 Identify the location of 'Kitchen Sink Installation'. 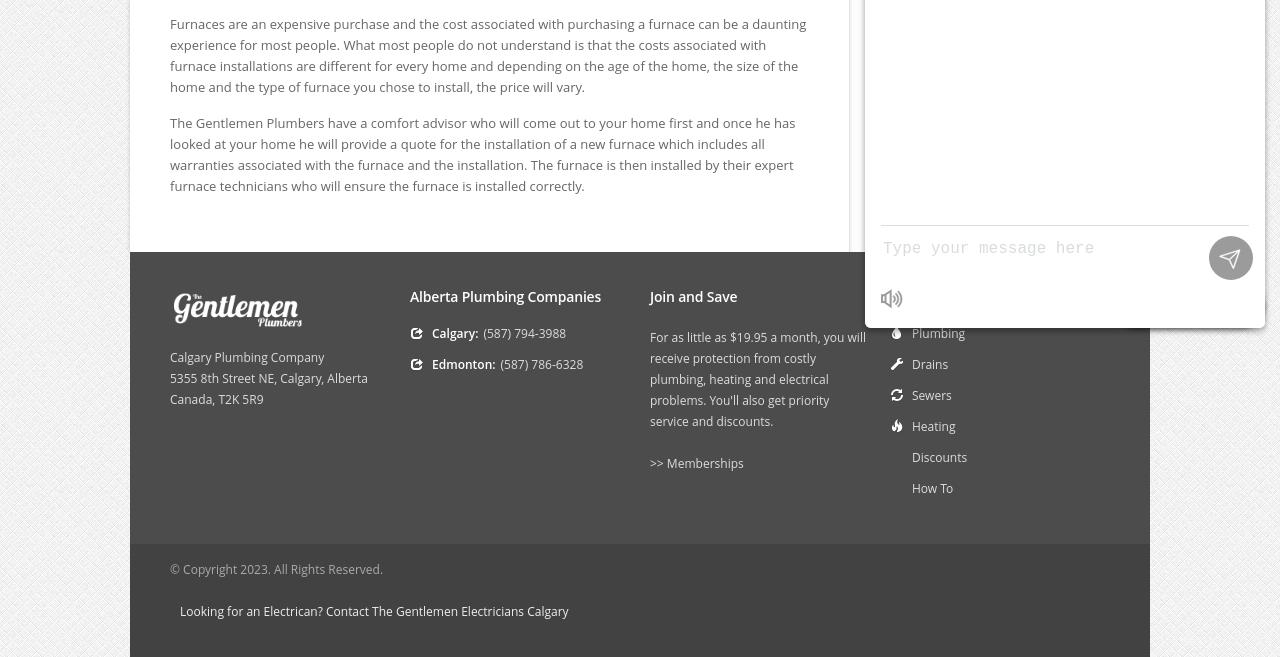
(973, 112).